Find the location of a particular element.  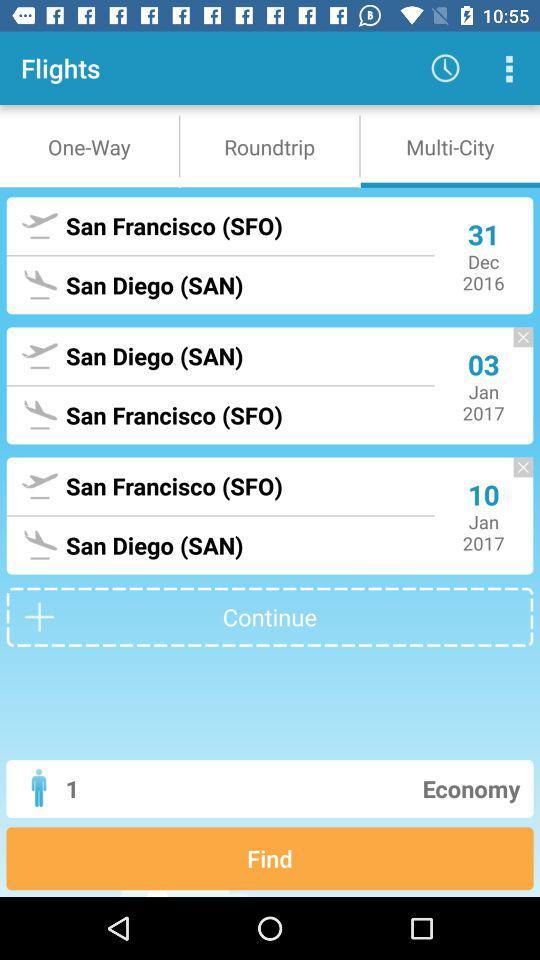

the close icon is located at coordinates (513, 477).